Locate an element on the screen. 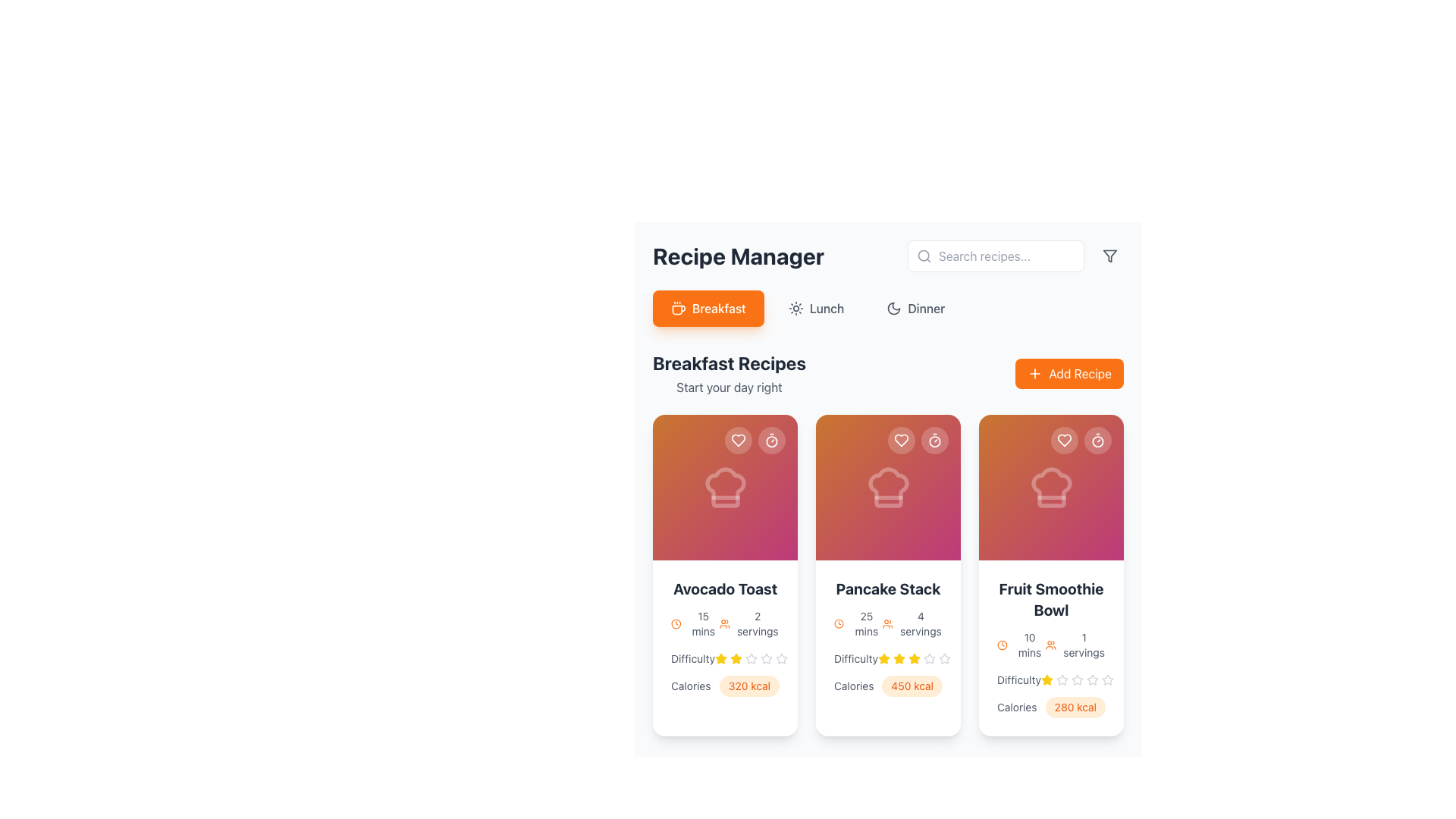 The width and height of the screenshot is (1456, 819). the Text block that serves as the header and subtitle for the breakfast recipes section, located beneath the 'Breakfast' button and aligned with the 'Add Recipe' button is located at coordinates (729, 374).